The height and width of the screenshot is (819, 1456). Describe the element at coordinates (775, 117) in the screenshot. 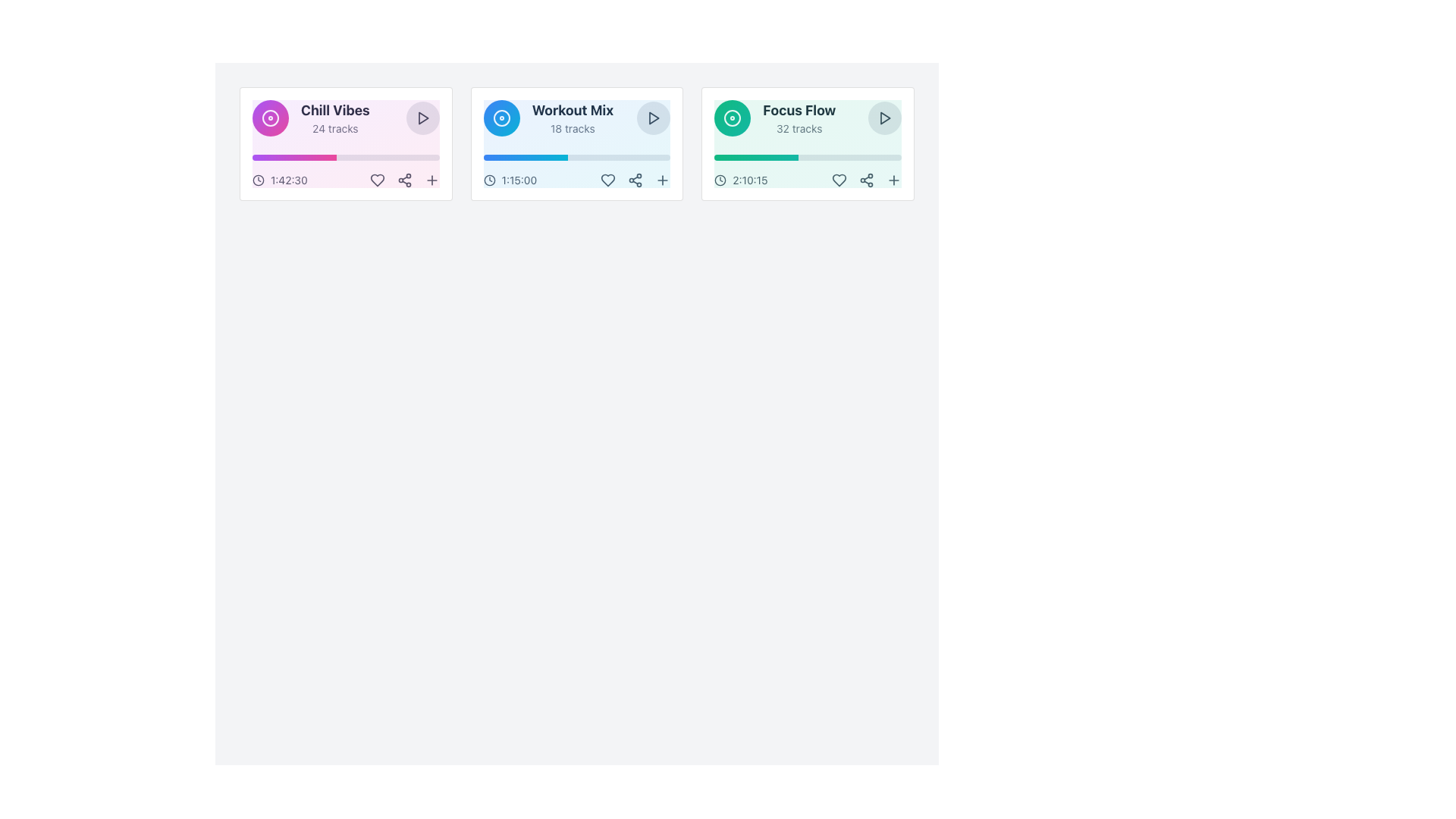

I see `the 'Focus Flow' playlist label, which displays 32 tracks and is the third item in a row of similar components` at that location.